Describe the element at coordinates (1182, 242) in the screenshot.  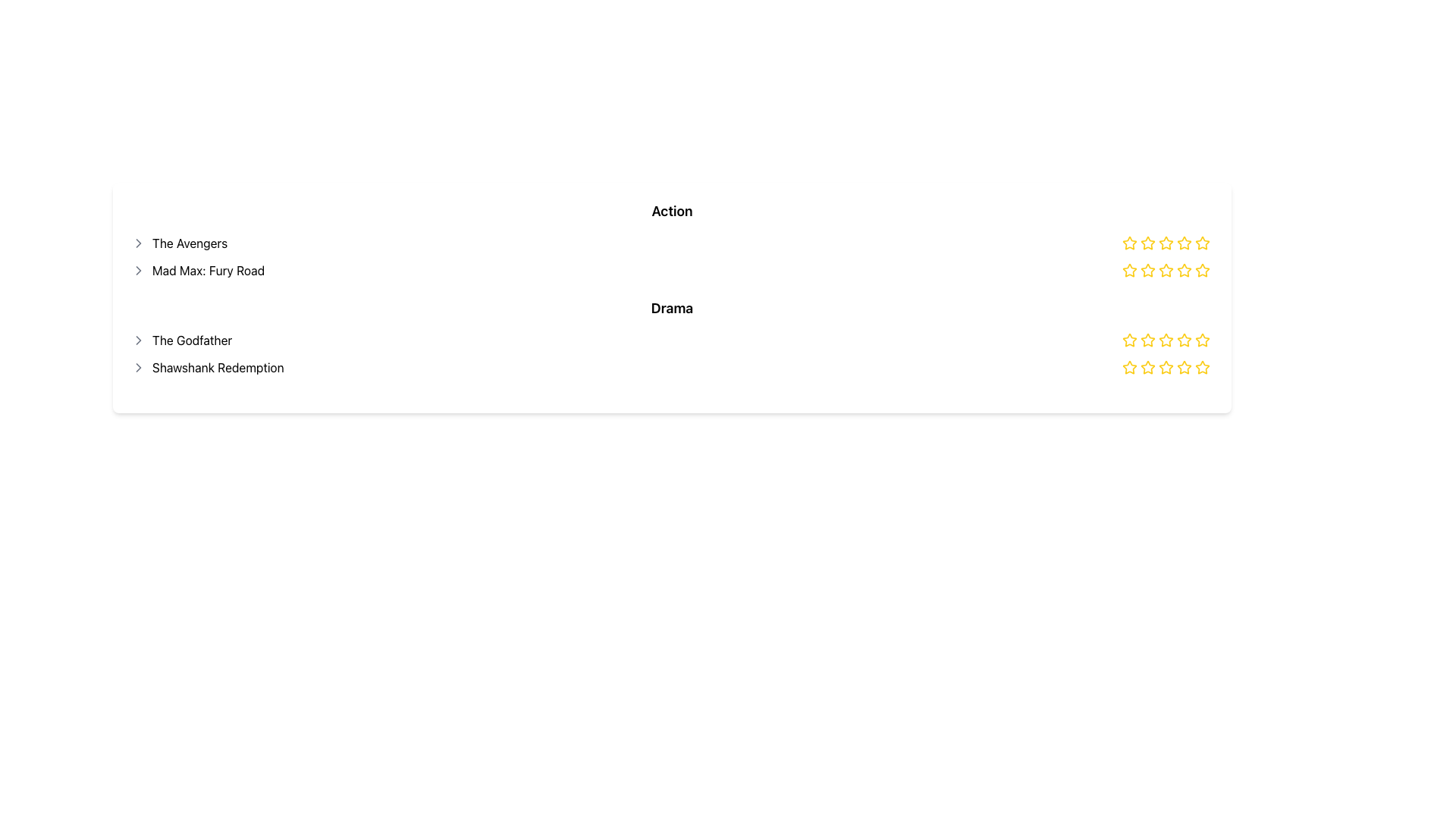
I see `the third star in the top row of the rating system for the movie 'Mad Max: Fury Road' to rate it` at that location.